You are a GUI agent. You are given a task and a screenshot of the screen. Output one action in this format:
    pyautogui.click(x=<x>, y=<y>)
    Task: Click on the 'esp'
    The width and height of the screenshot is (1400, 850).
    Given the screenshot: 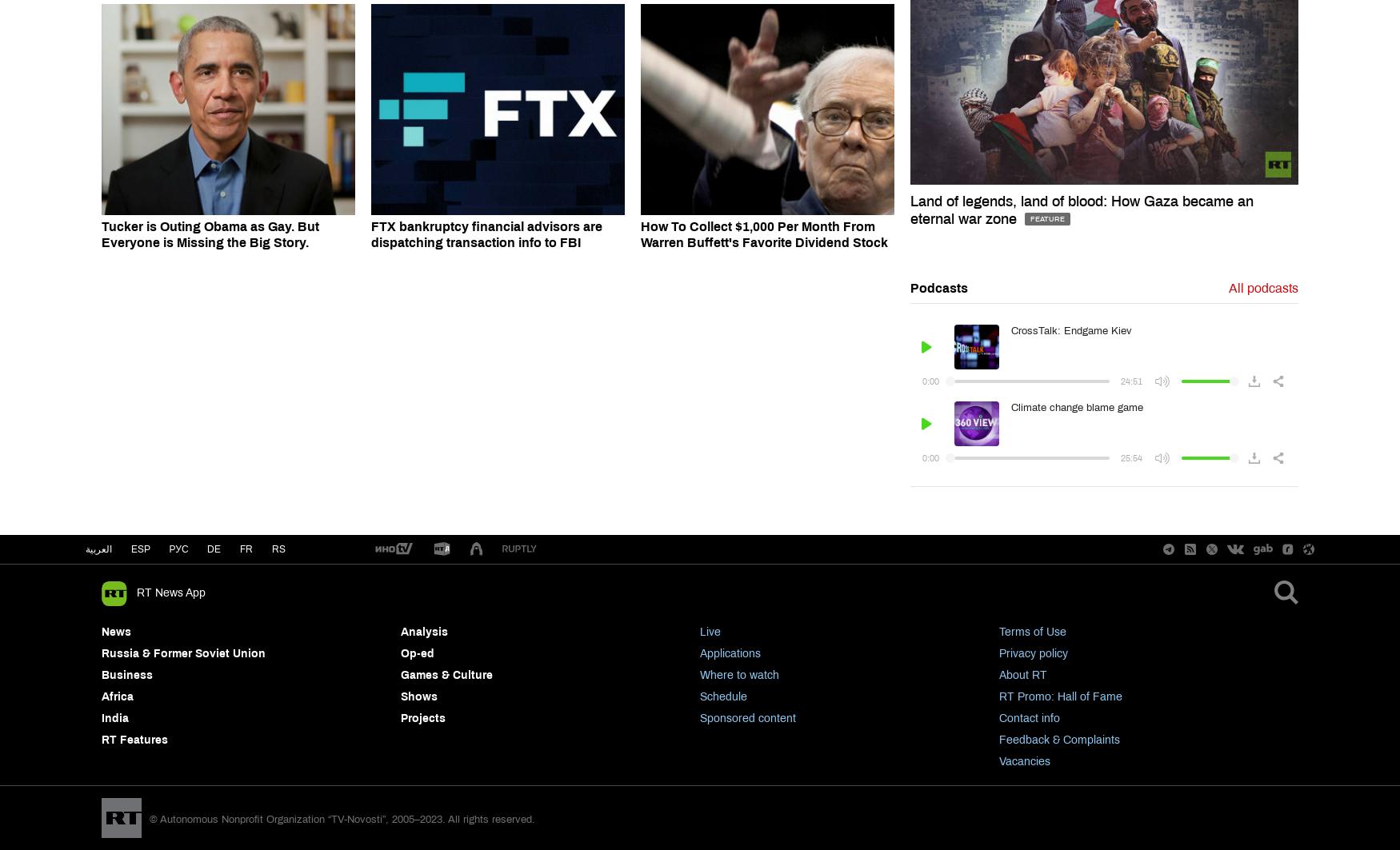 What is the action you would take?
    pyautogui.click(x=139, y=549)
    